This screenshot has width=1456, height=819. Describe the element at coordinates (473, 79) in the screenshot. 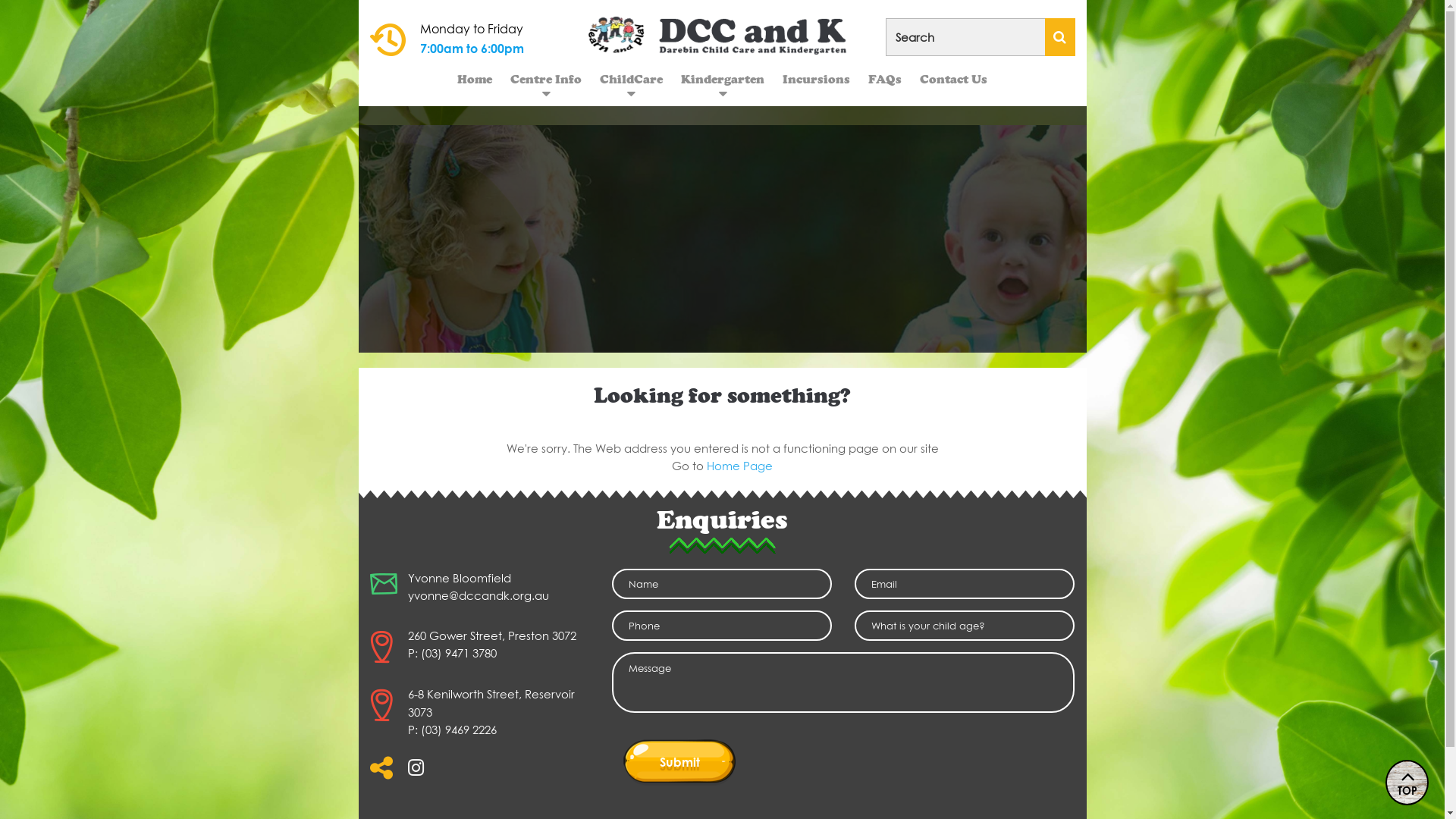

I see `'Home'` at that location.